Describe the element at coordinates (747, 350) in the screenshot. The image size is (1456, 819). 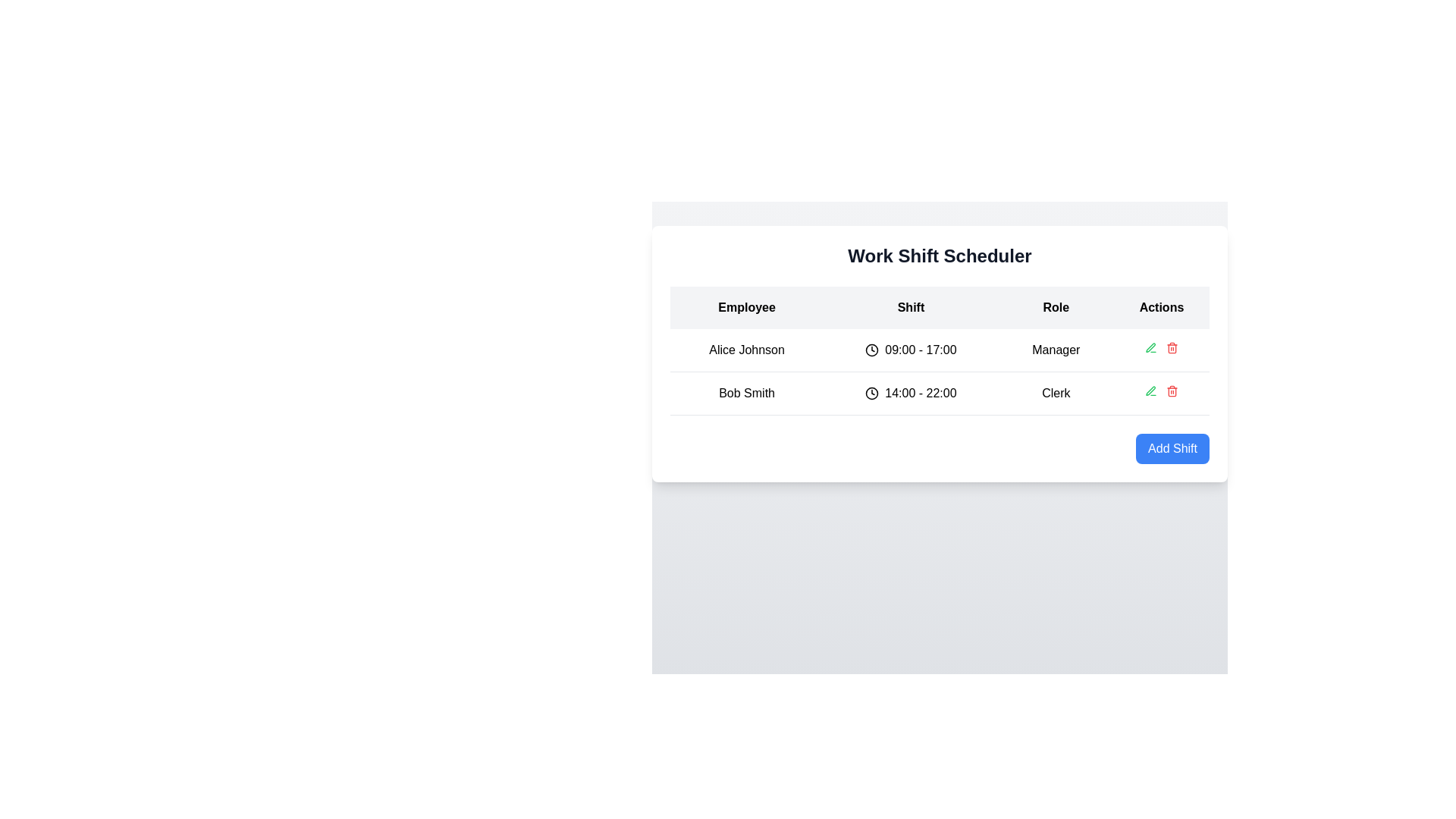
I see `the text label representing an employee's name in the first row of the table under the 'Employee' column` at that location.